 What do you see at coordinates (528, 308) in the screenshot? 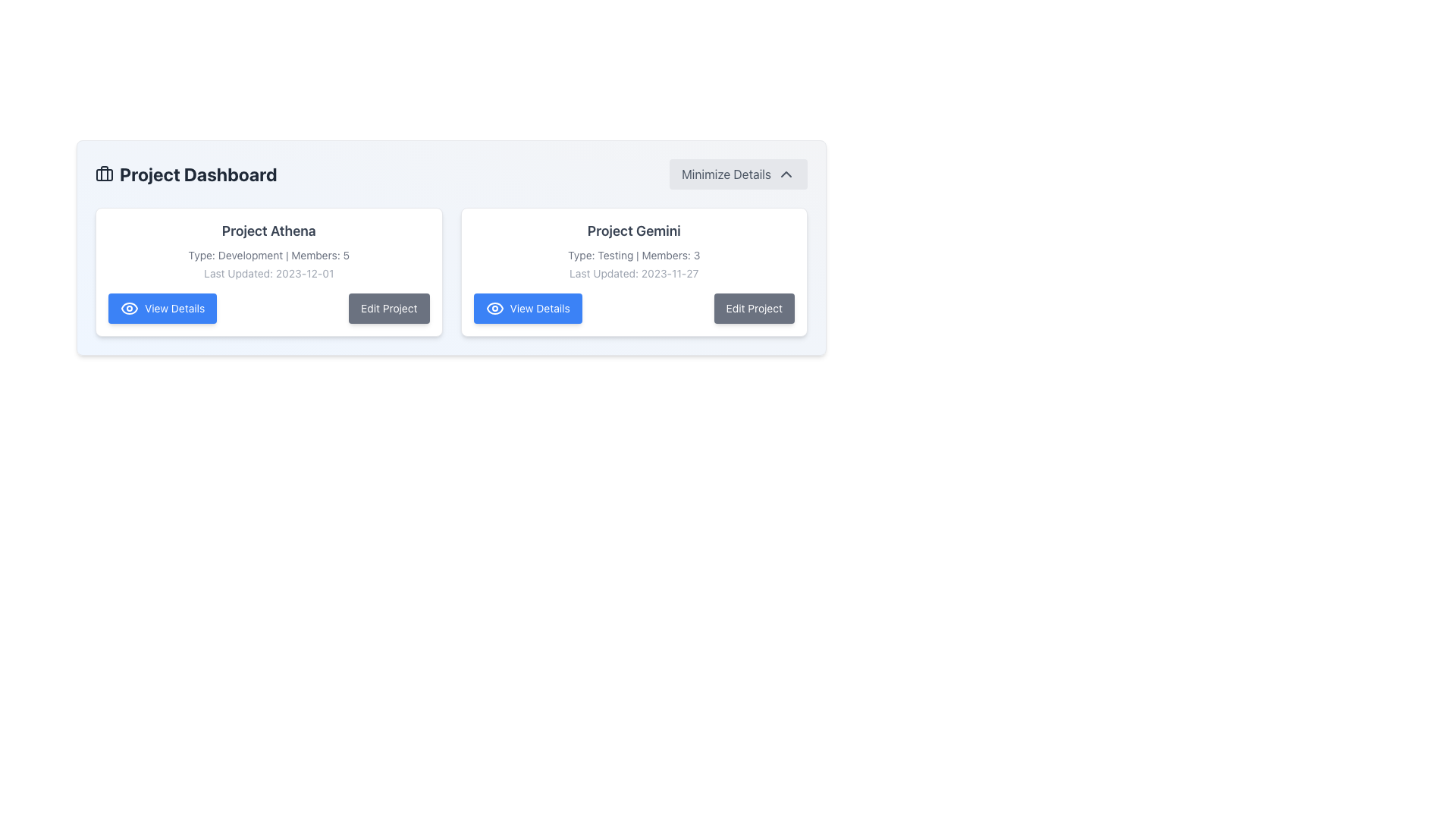
I see `the button that allows users` at bounding box center [528, 308].